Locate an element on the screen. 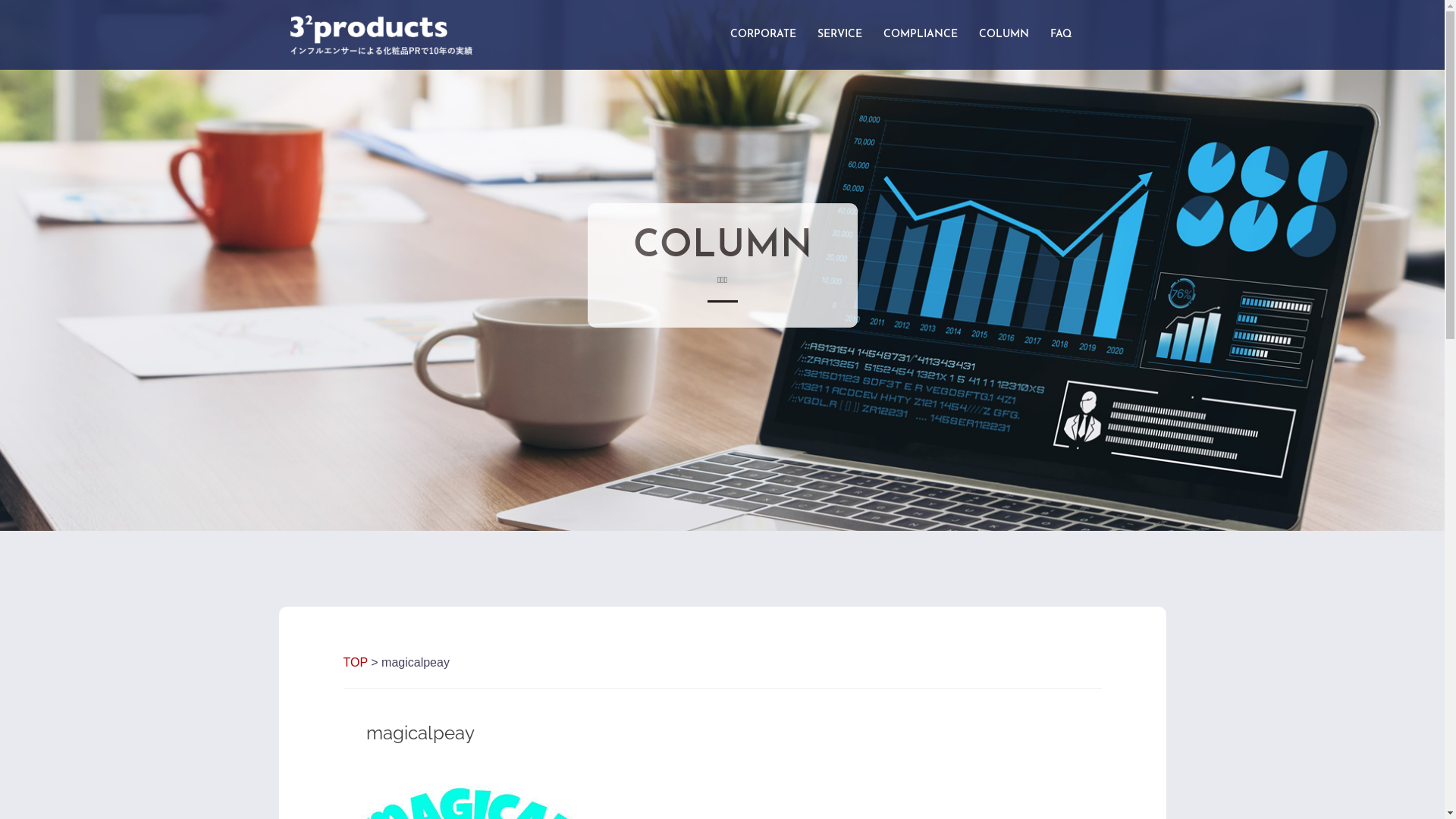  'FAQ' is located at coordinates (1059, 34).